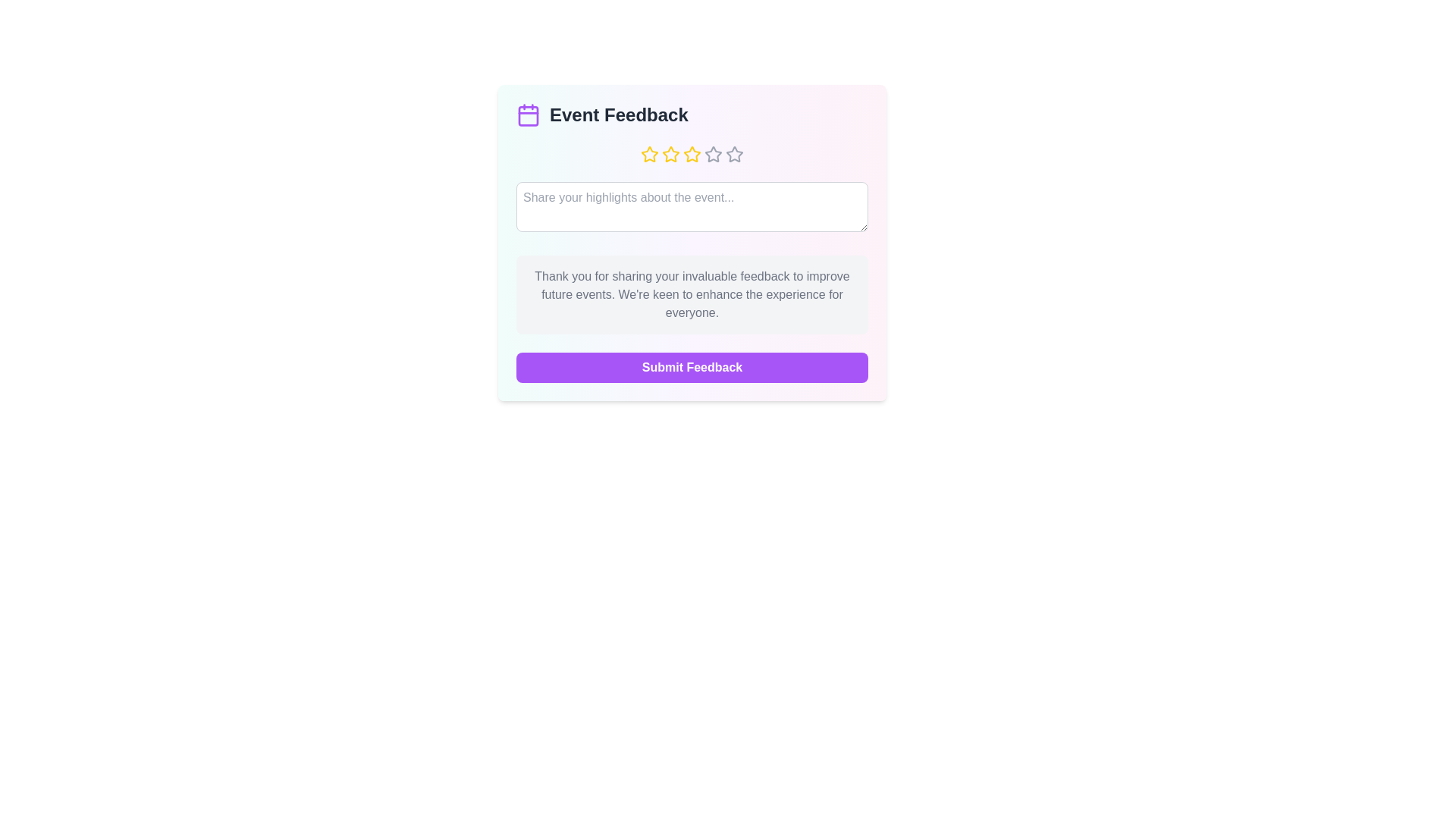 The image size is (1456, 819). What do you see at coordinates (691, 368) in the screenshot?
I see `the 'Submit Feedback' button to submit the feedback` at bounding box center [691, 368].